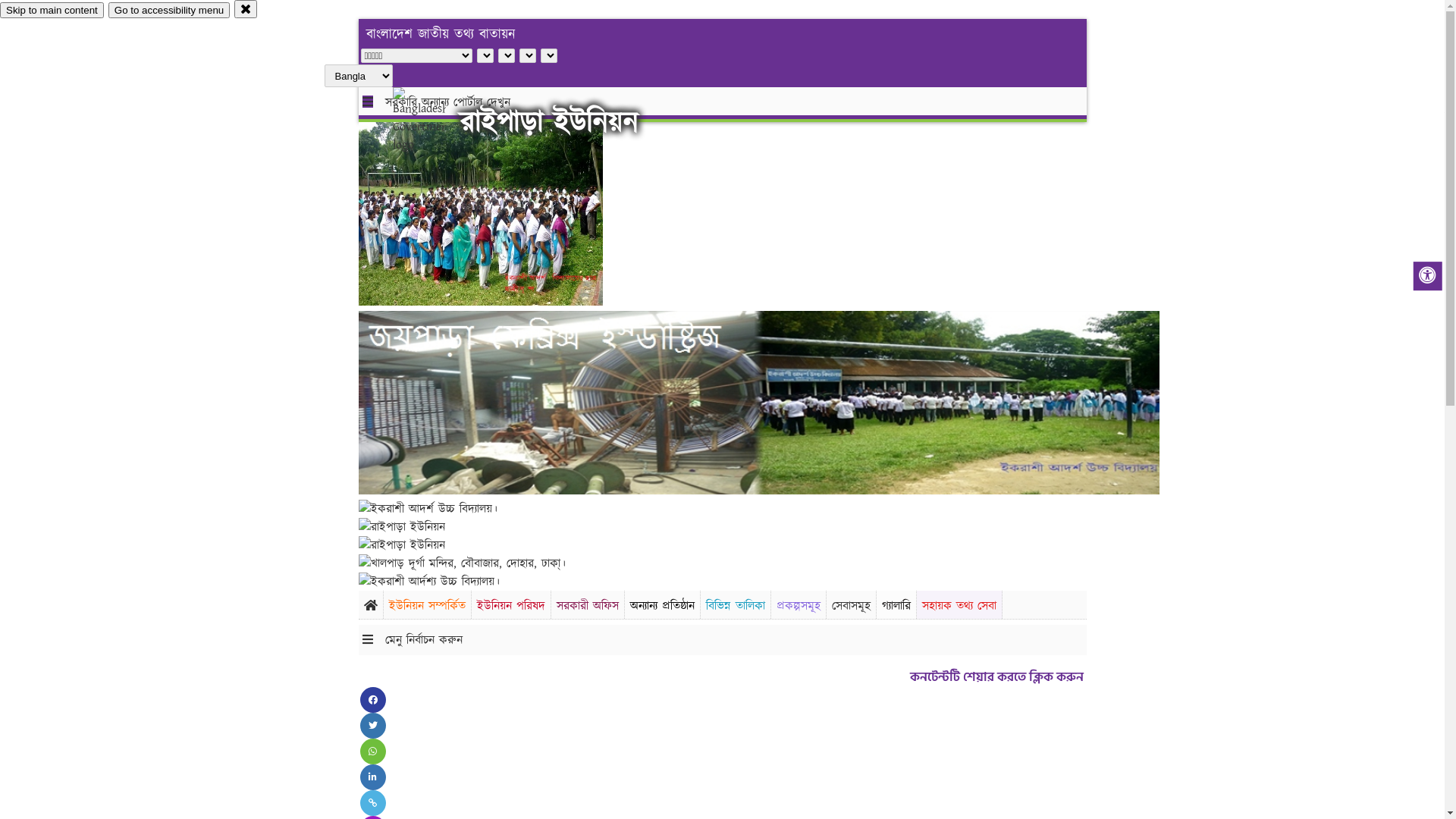 The image size is (1456, 819). I want to click on 'Go to accessibility menu', so click(168, 10).